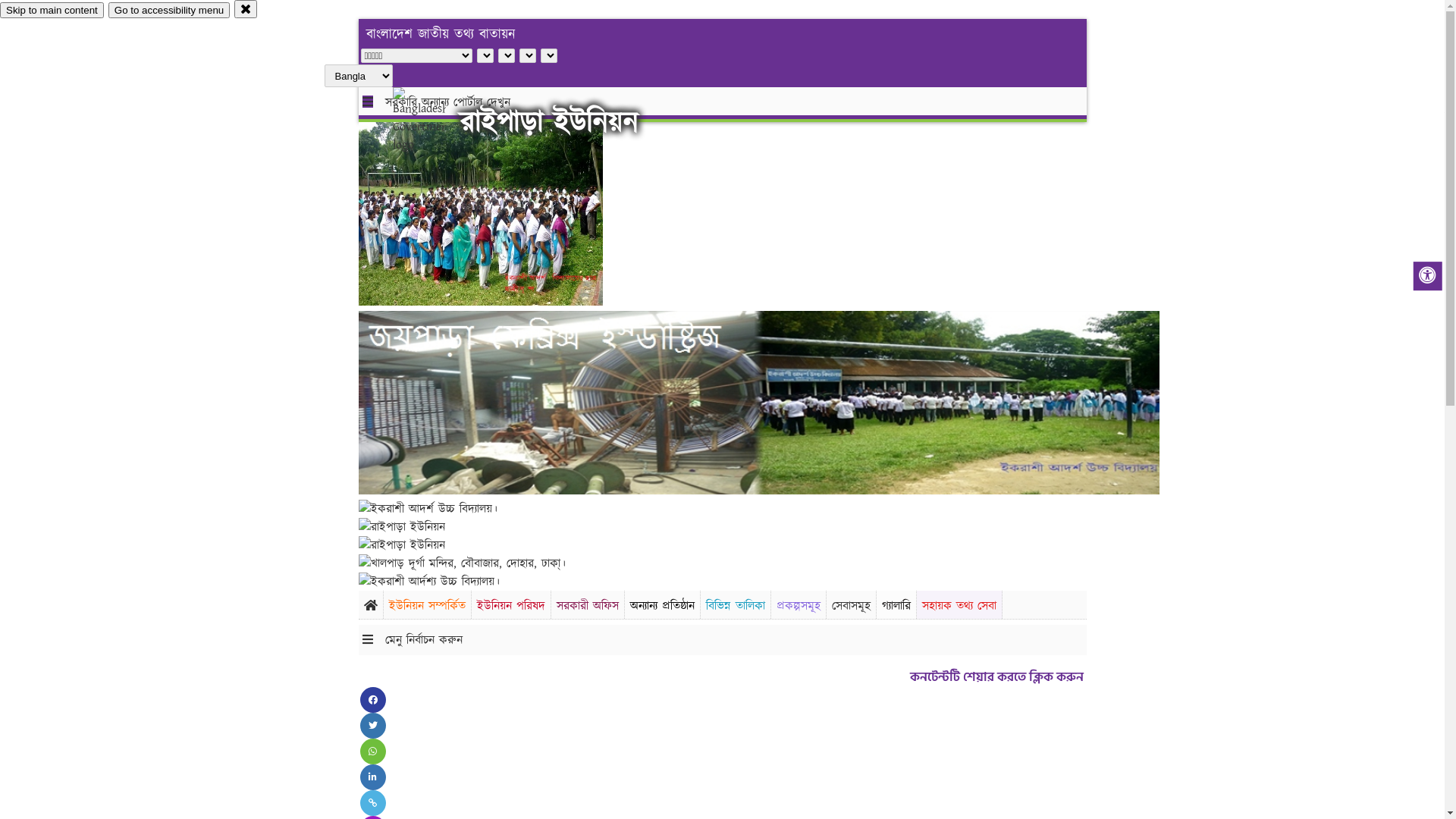 The image size is (1456, 819). I want to click on 'Go to accessibility menu', so click(168, 10).